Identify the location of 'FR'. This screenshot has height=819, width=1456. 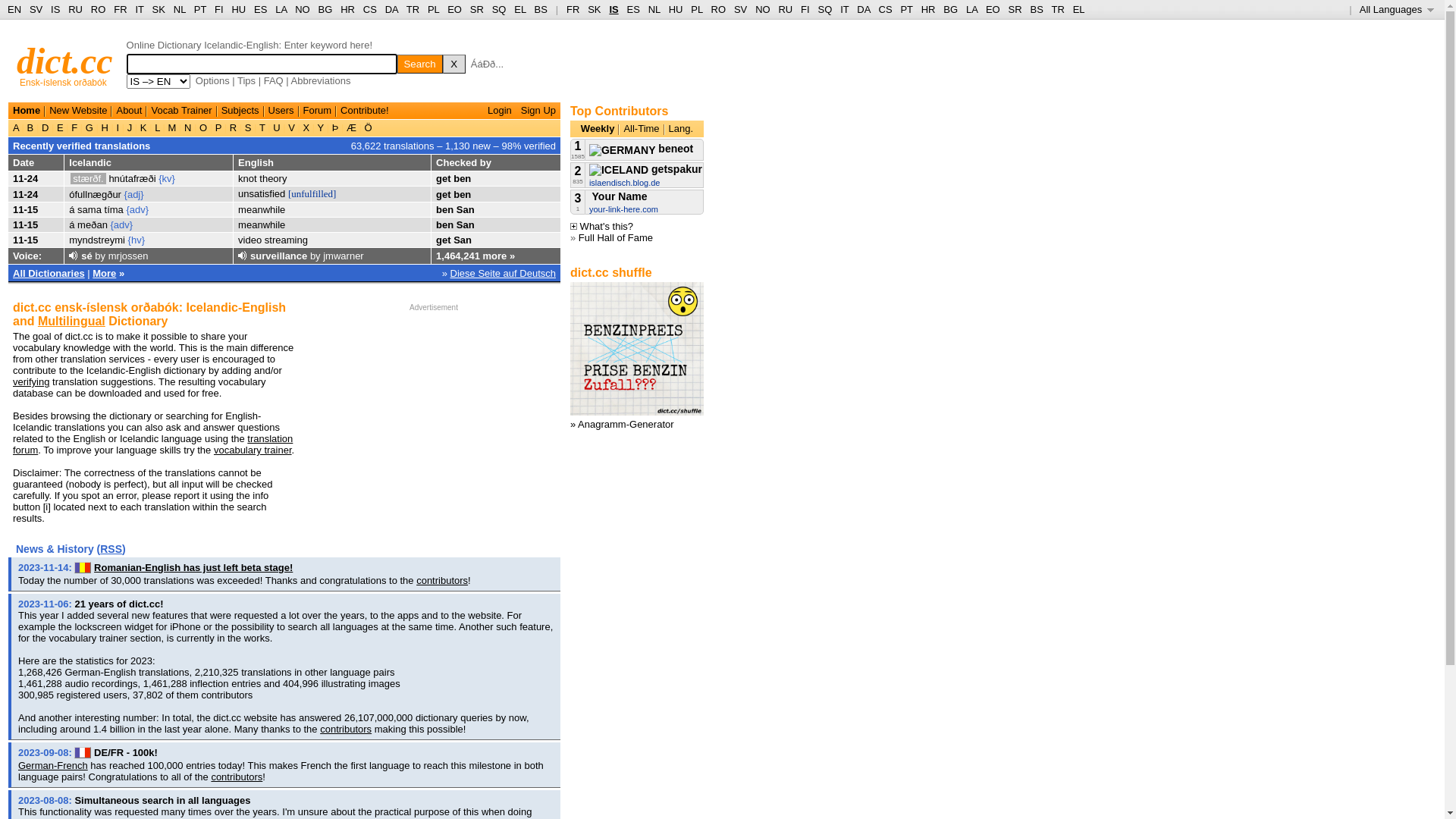
(572, 9).